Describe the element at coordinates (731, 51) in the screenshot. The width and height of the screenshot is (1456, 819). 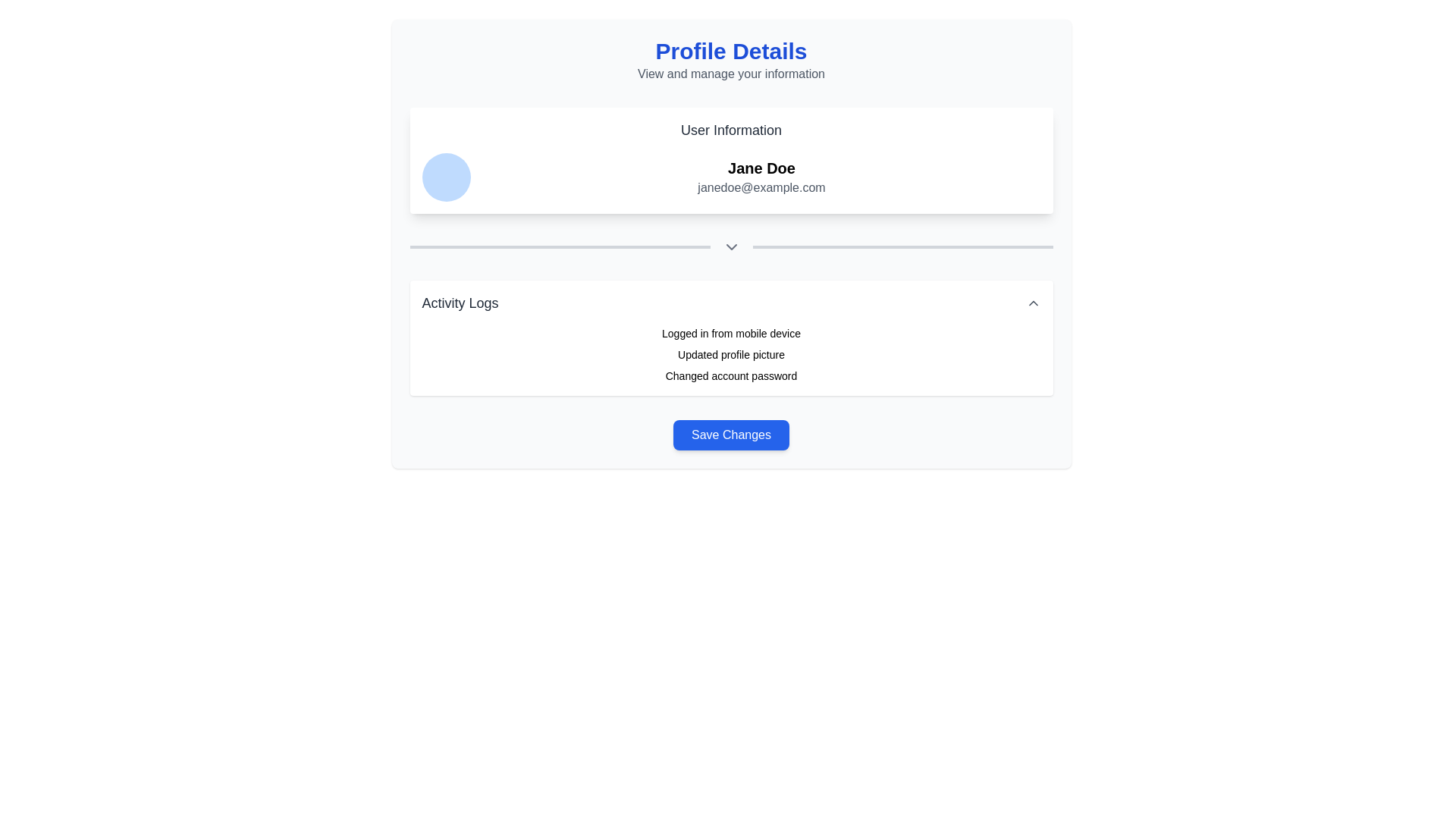
I see `the text header labeled 'Profile Details', which is styled in bold and large blue font, located at the top of the page` at that location.